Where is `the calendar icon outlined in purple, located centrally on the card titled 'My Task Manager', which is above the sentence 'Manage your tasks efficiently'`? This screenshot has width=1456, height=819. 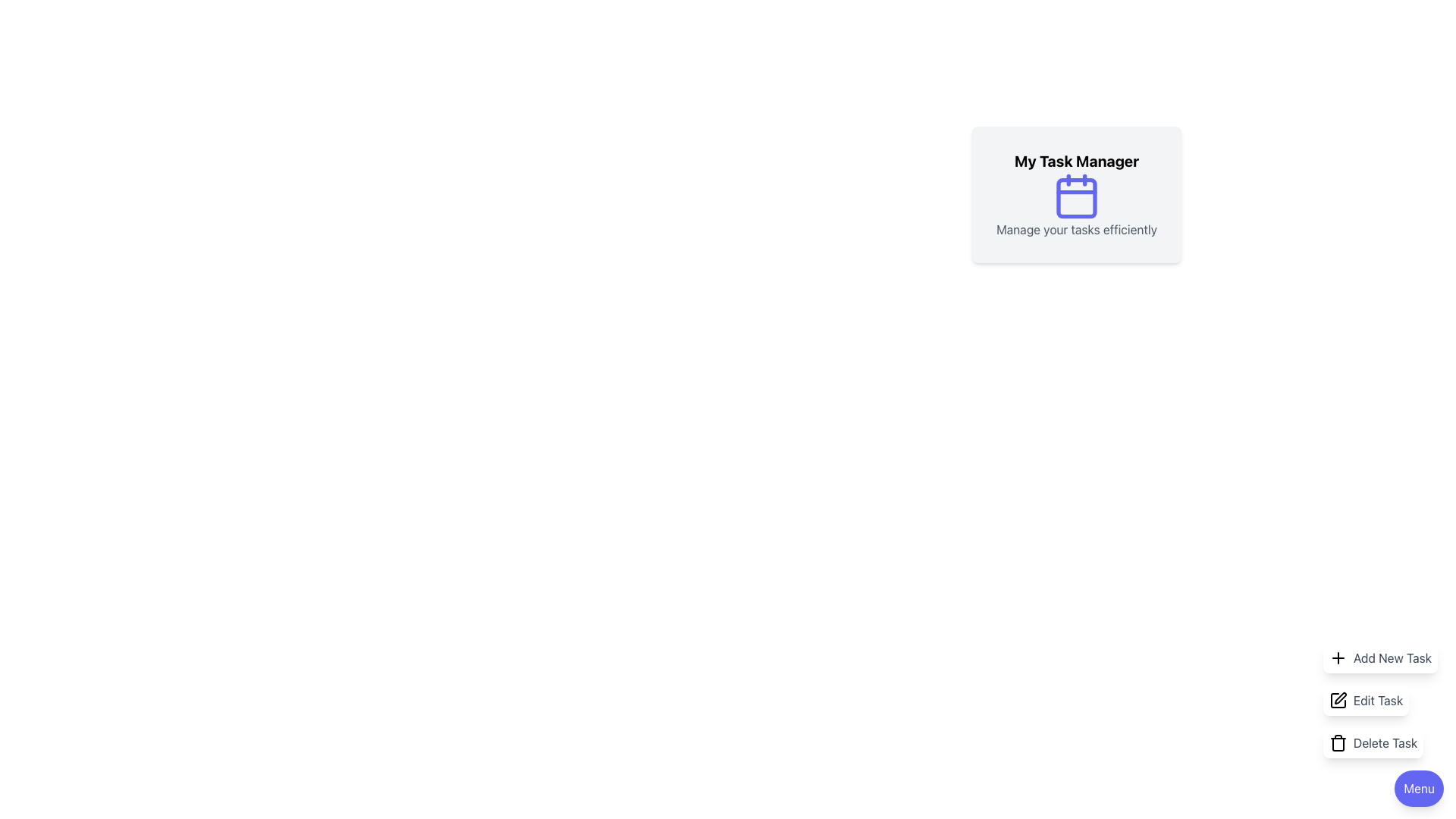
the calendar icon outlined in purple, located centrally on the card titled 'My Task Manager', which is above the sentence 'Manage your tasks efficiently' is located at coordinates (1076, 195).